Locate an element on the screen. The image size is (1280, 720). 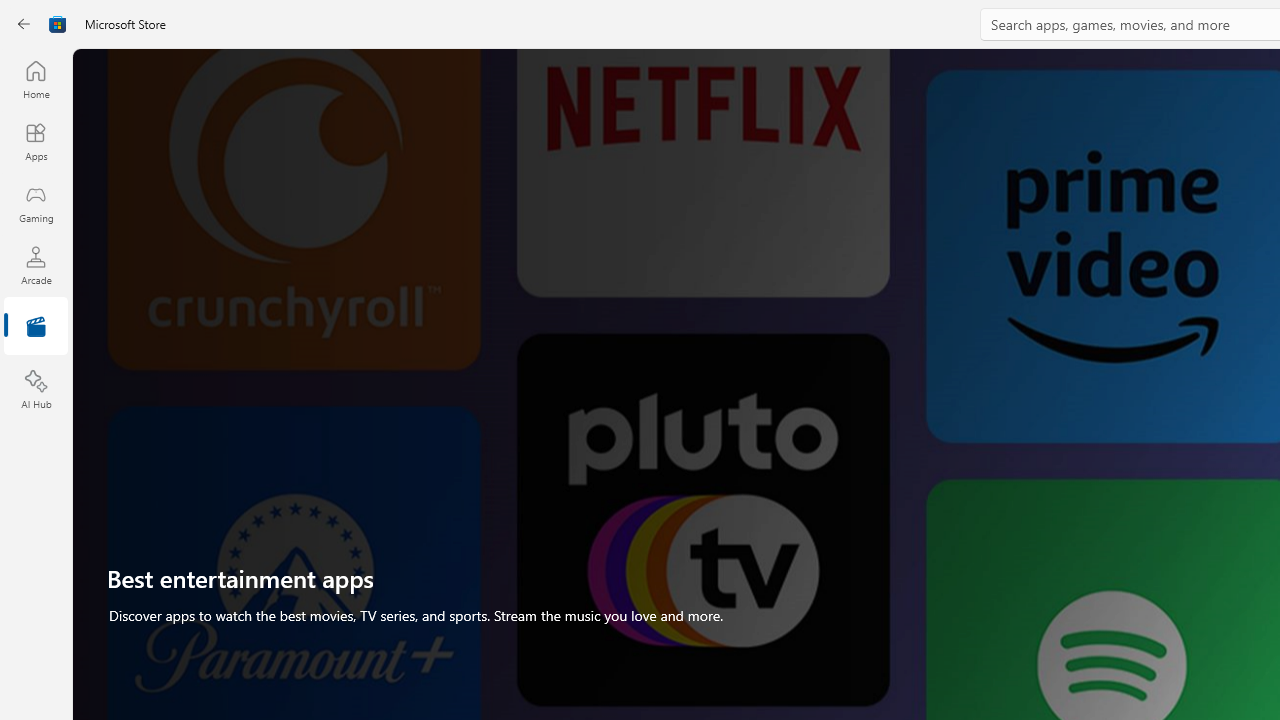
'AI Hub' is located at coordinates (35, 390).